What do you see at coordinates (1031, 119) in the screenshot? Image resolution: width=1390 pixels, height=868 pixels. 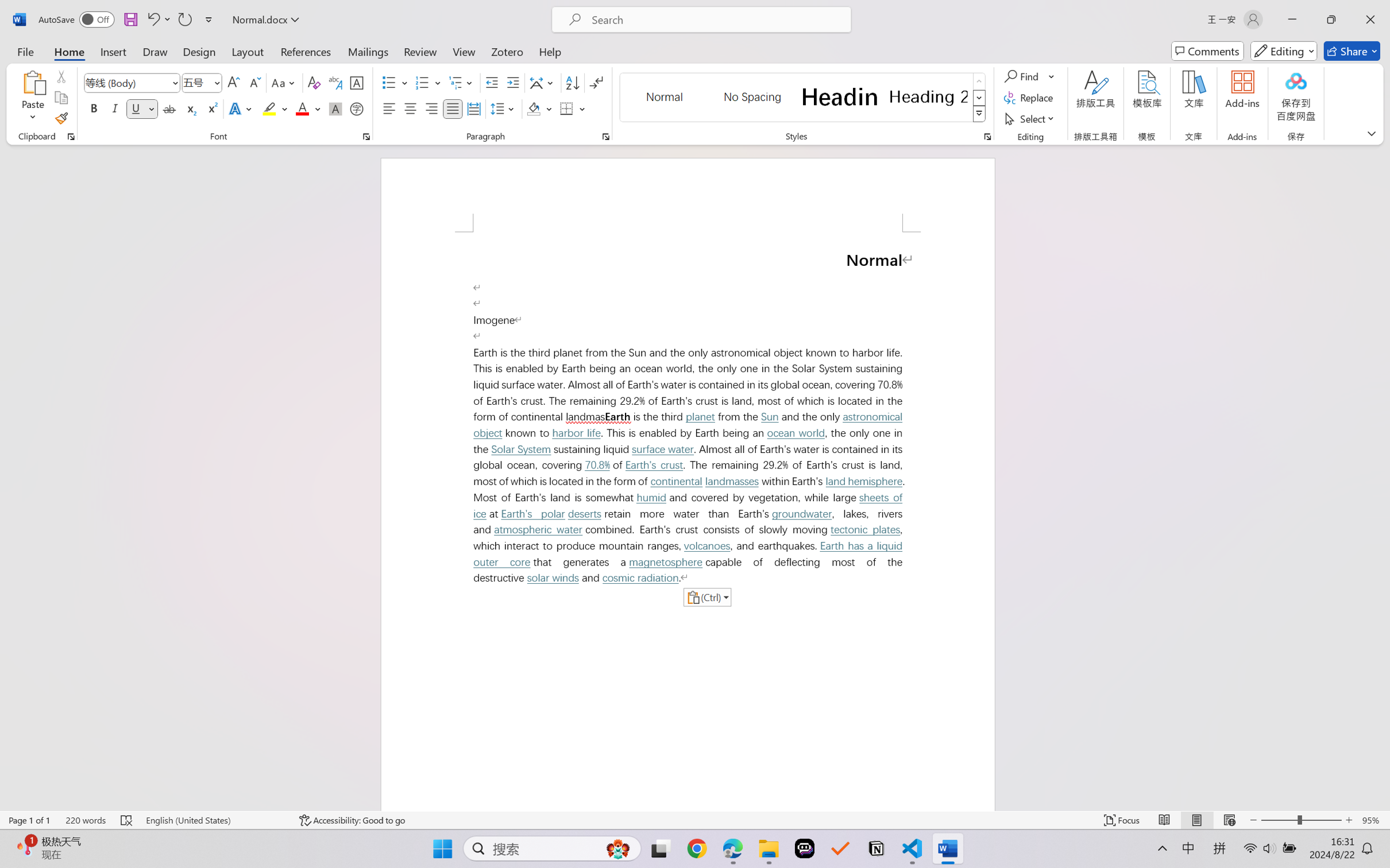 I see `'Select'` at bounding box center [1031, 119].